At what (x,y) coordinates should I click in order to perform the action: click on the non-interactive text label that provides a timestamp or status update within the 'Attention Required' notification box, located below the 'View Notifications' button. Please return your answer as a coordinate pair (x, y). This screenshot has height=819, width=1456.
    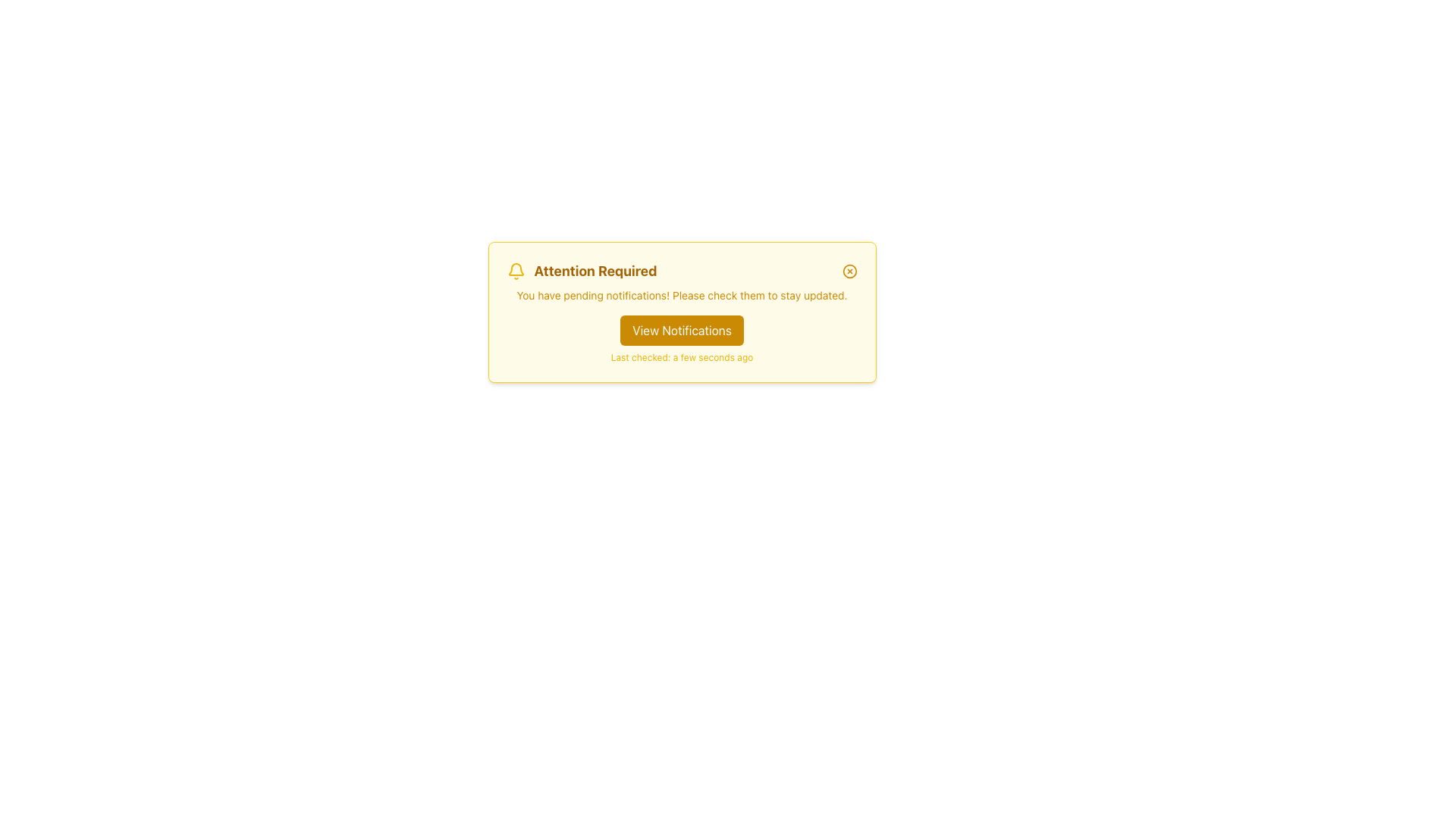
    Looking at the image, I should click on (681, 357).